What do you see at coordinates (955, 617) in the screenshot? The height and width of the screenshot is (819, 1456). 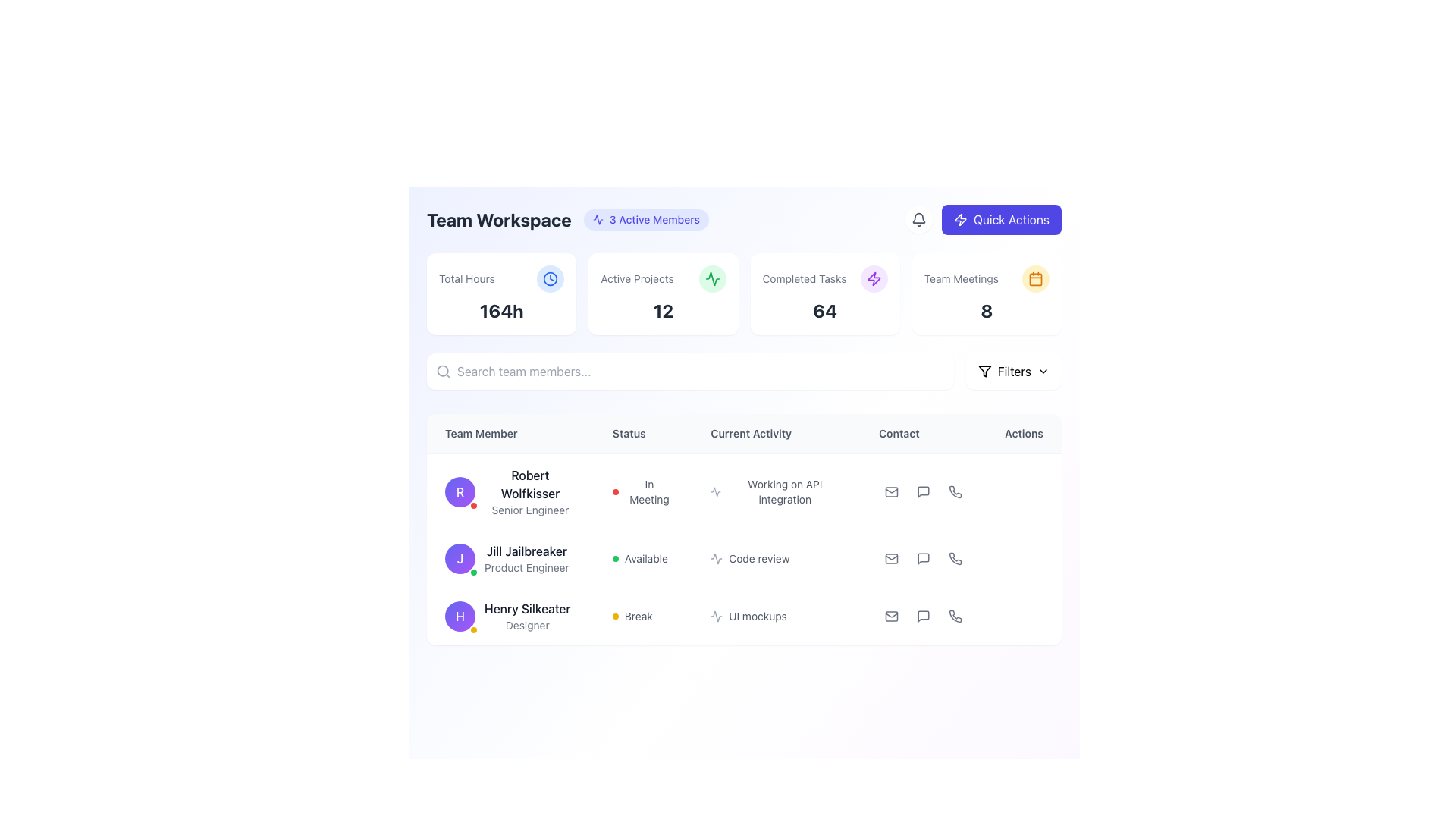 I see `the button with an icon for initiating a phone call located in the 'Actions' column of the last row in a table` at bounding box center [955, 617].